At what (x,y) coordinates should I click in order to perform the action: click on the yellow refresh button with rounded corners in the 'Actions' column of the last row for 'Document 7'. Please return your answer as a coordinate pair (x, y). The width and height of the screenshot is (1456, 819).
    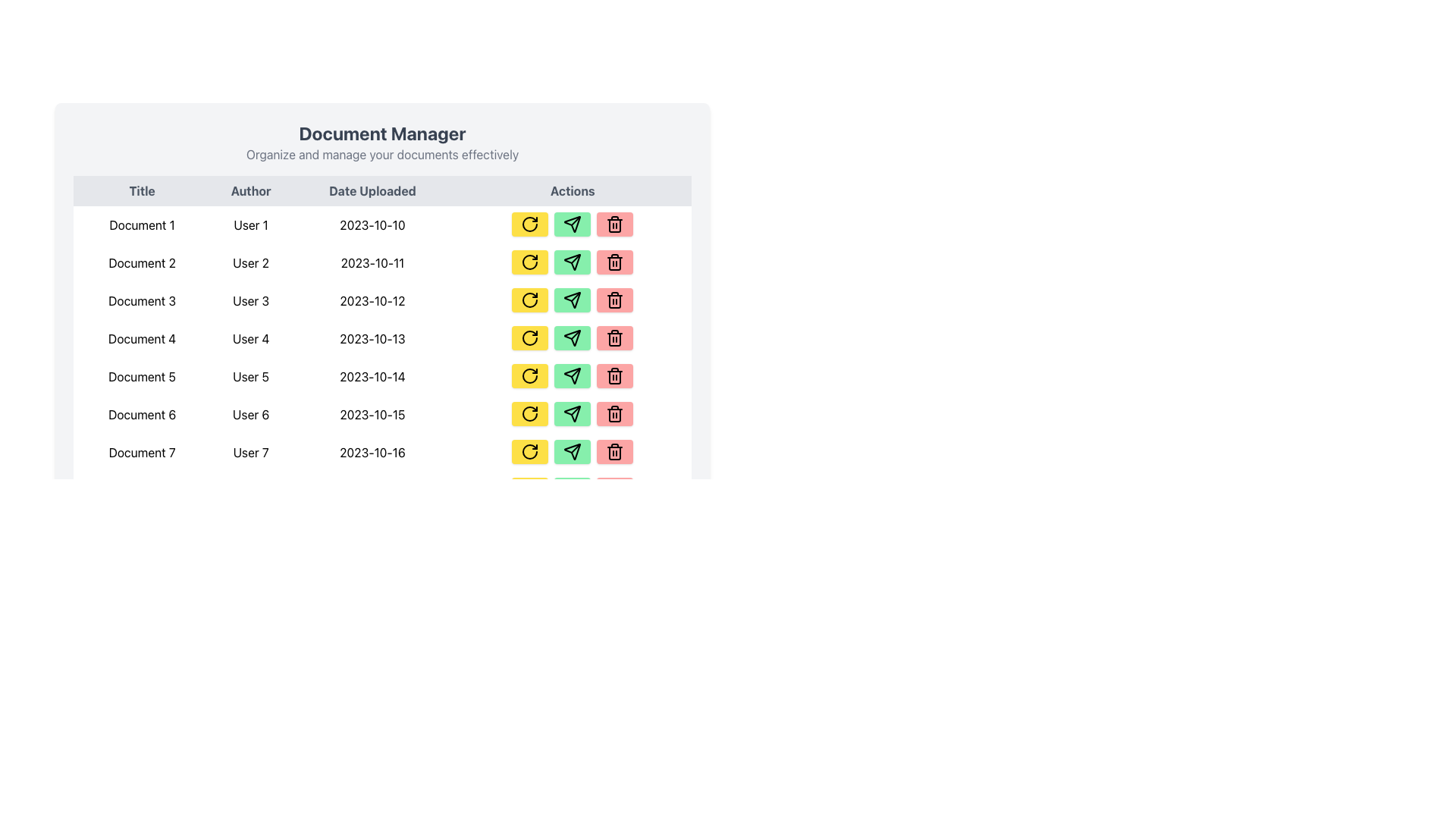
    Looking at the image, I should click on (530, 451).